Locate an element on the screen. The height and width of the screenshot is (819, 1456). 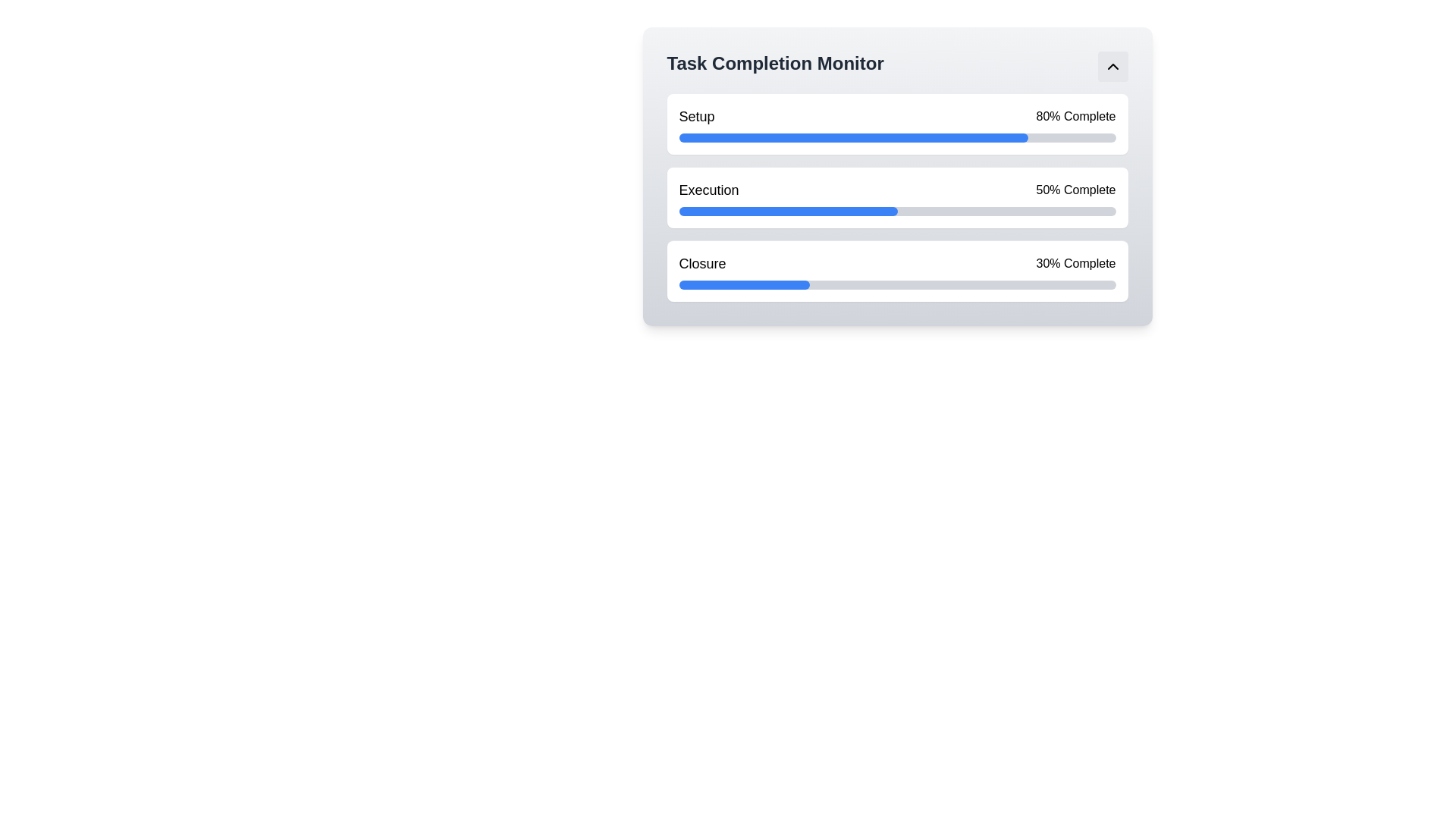
the 'Execution' text label, which indicates a phase in a progress tracking system, positioned between 'Setup' and 'Closure' labels is located at coordinates (708, 189).